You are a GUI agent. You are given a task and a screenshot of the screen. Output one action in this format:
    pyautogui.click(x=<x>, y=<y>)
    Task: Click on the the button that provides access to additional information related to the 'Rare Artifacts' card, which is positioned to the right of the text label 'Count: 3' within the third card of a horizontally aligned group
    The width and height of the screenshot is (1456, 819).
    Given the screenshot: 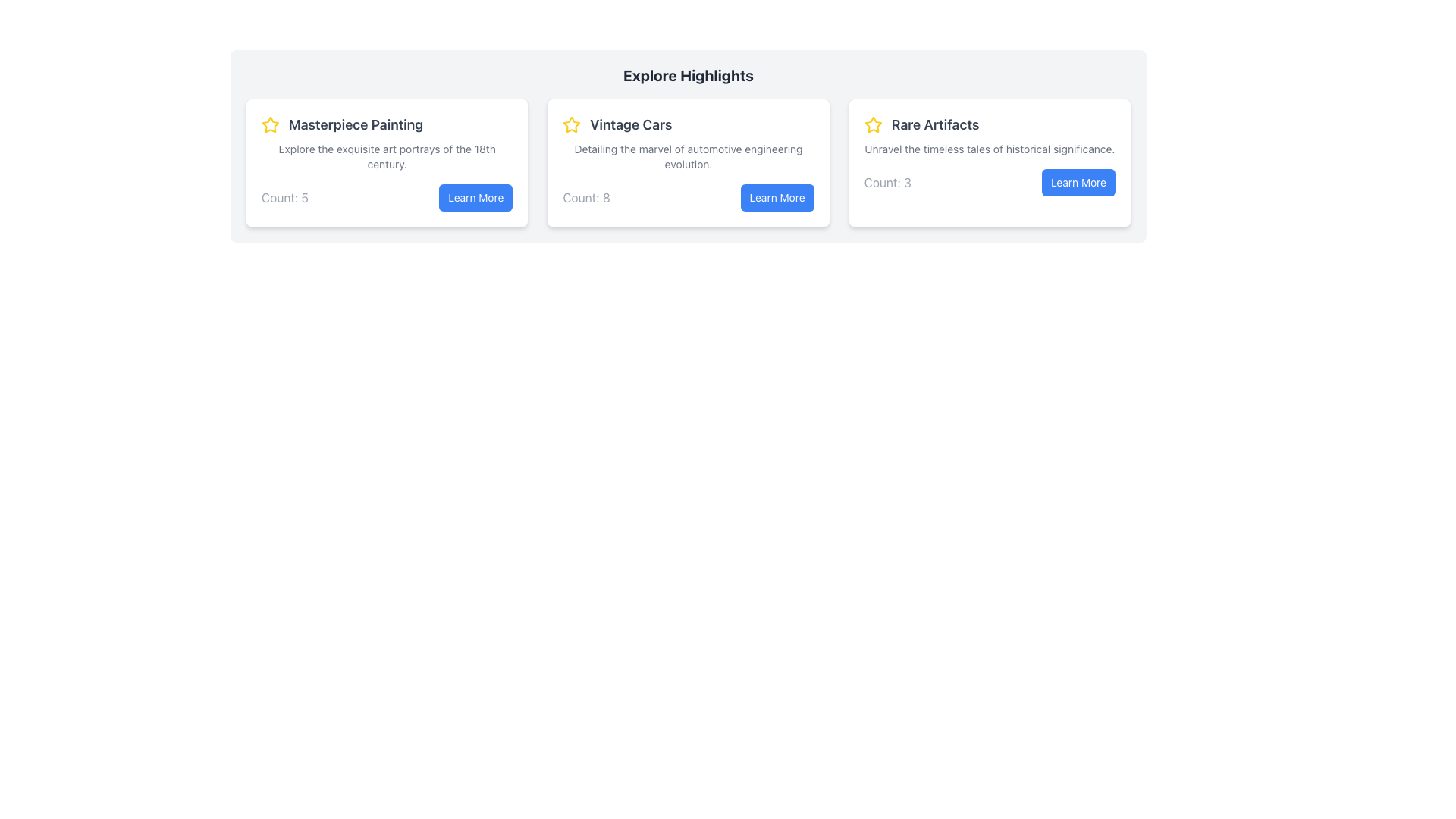 What is the action you would take?
    pyautogui.click(x=1078, y=181)
    